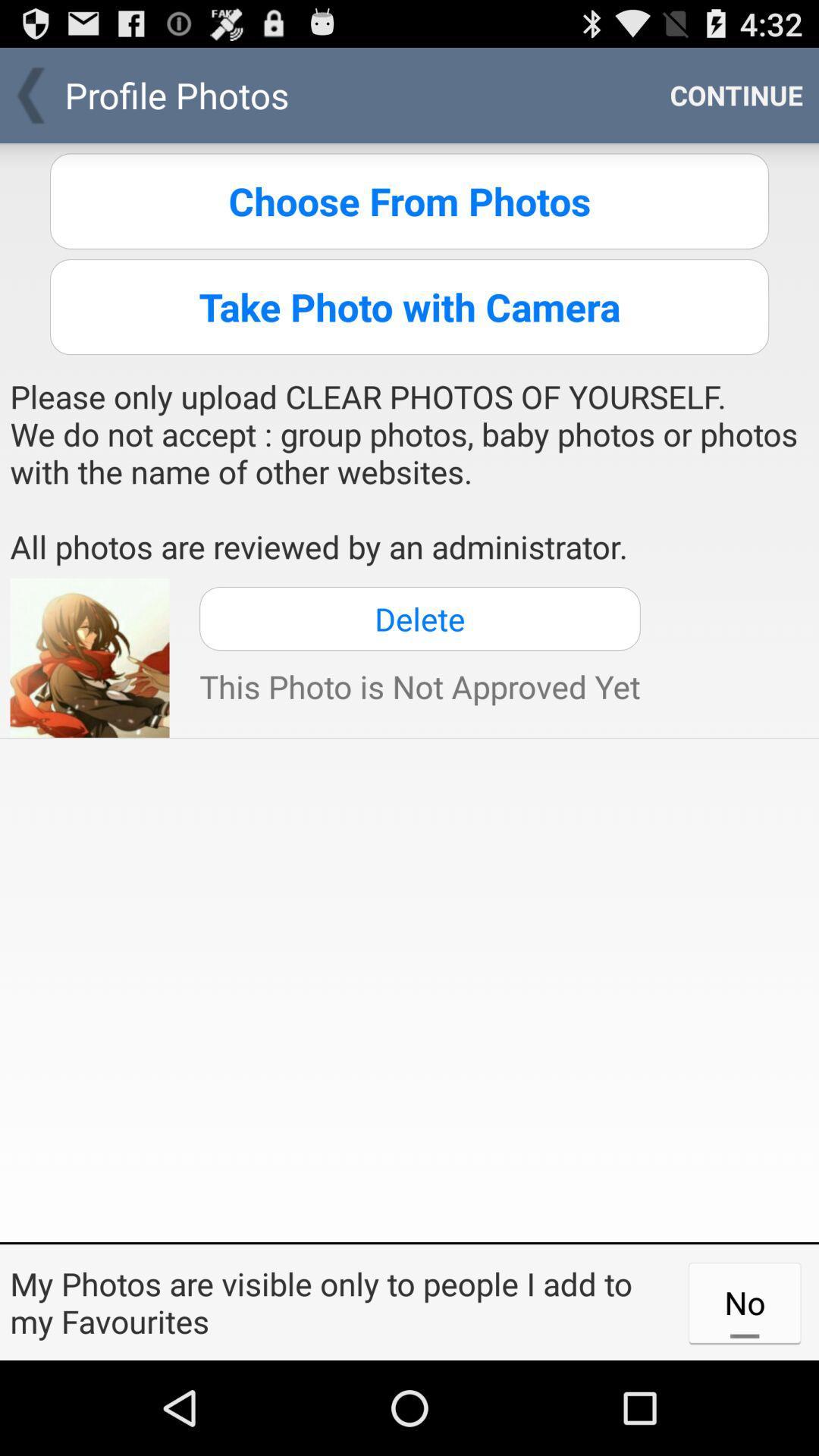 Image resolution: width=819 pixels, height=1456 pixels. What do you see at coordinates (419, 619) in the screenshot?
I see `the item below please only upload item` at bounding box center [419, 619].